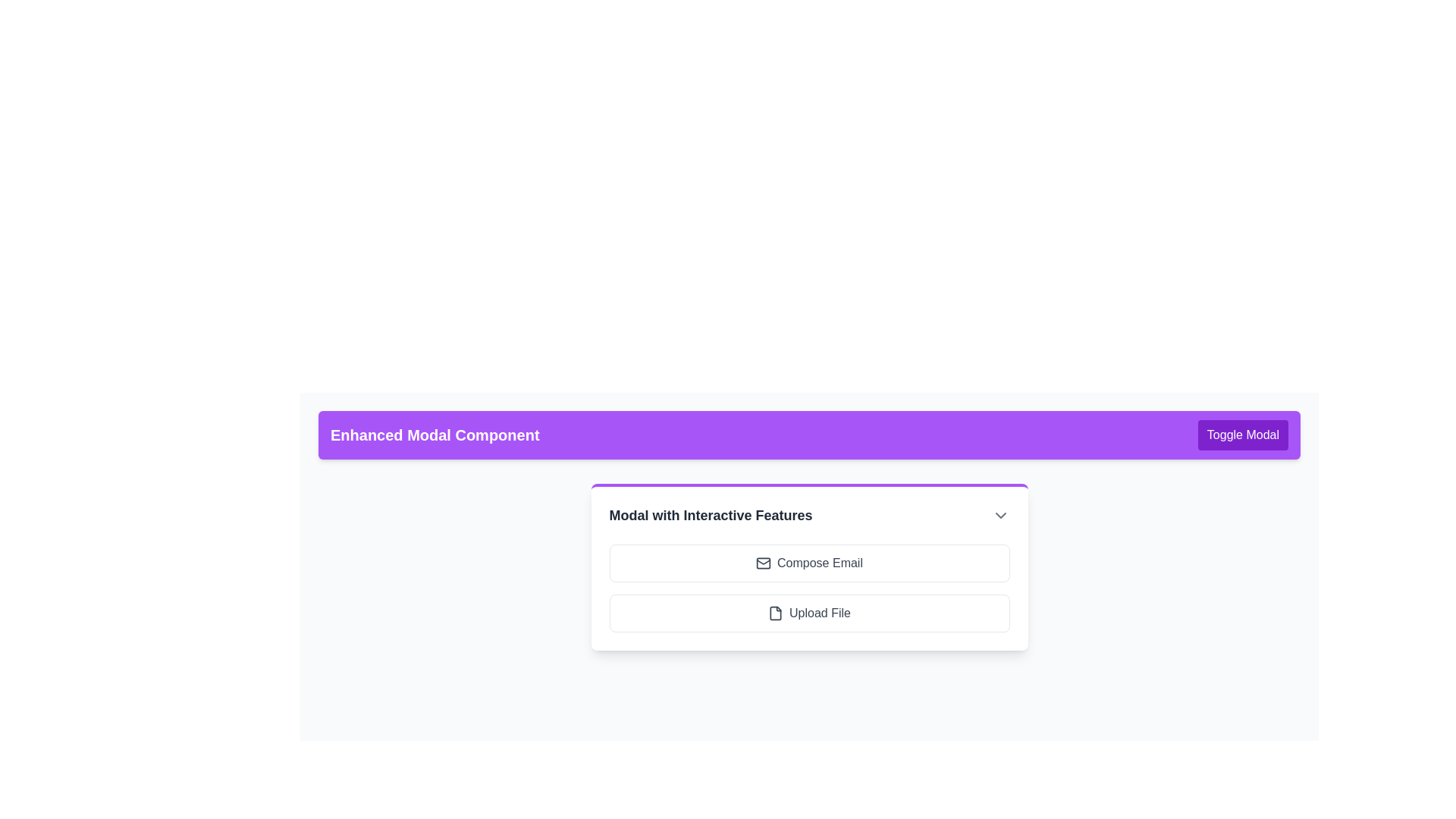 This screenshot has width=1456, height=819. I want to click on the design representation of the email compose icon located to the left of the text 'Compose Email' in the modal titled 'Modal with Interactive Features', so click(764, 563).